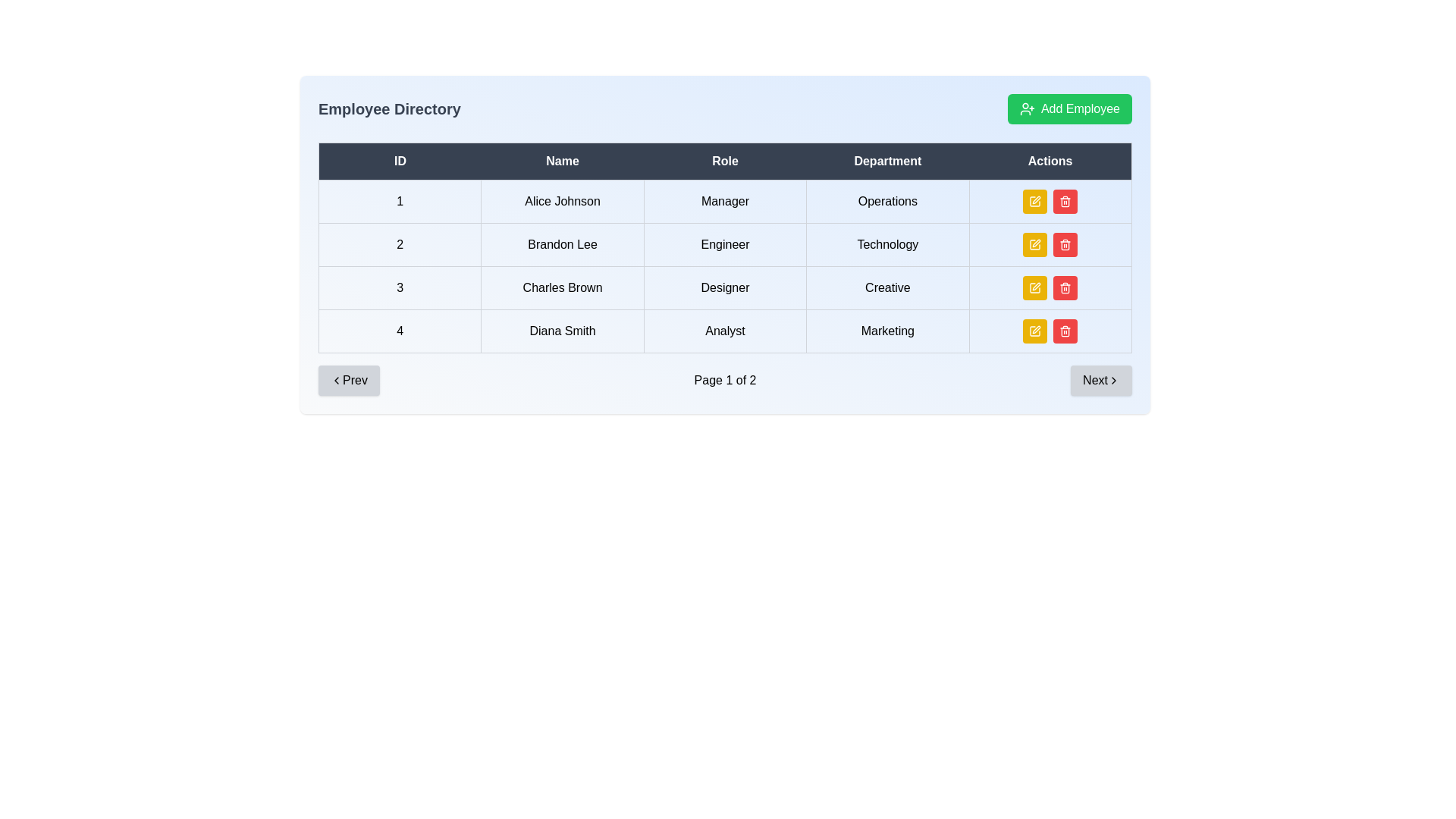  What do you see at coordinates (1034, 330) in the screenshot?
I see `the square-shaped pencil icon button with a yellow background and white border located in the last row of the 'Actions' column, adjacent to the red trash bin icon` at bounding box center [1034, 330].